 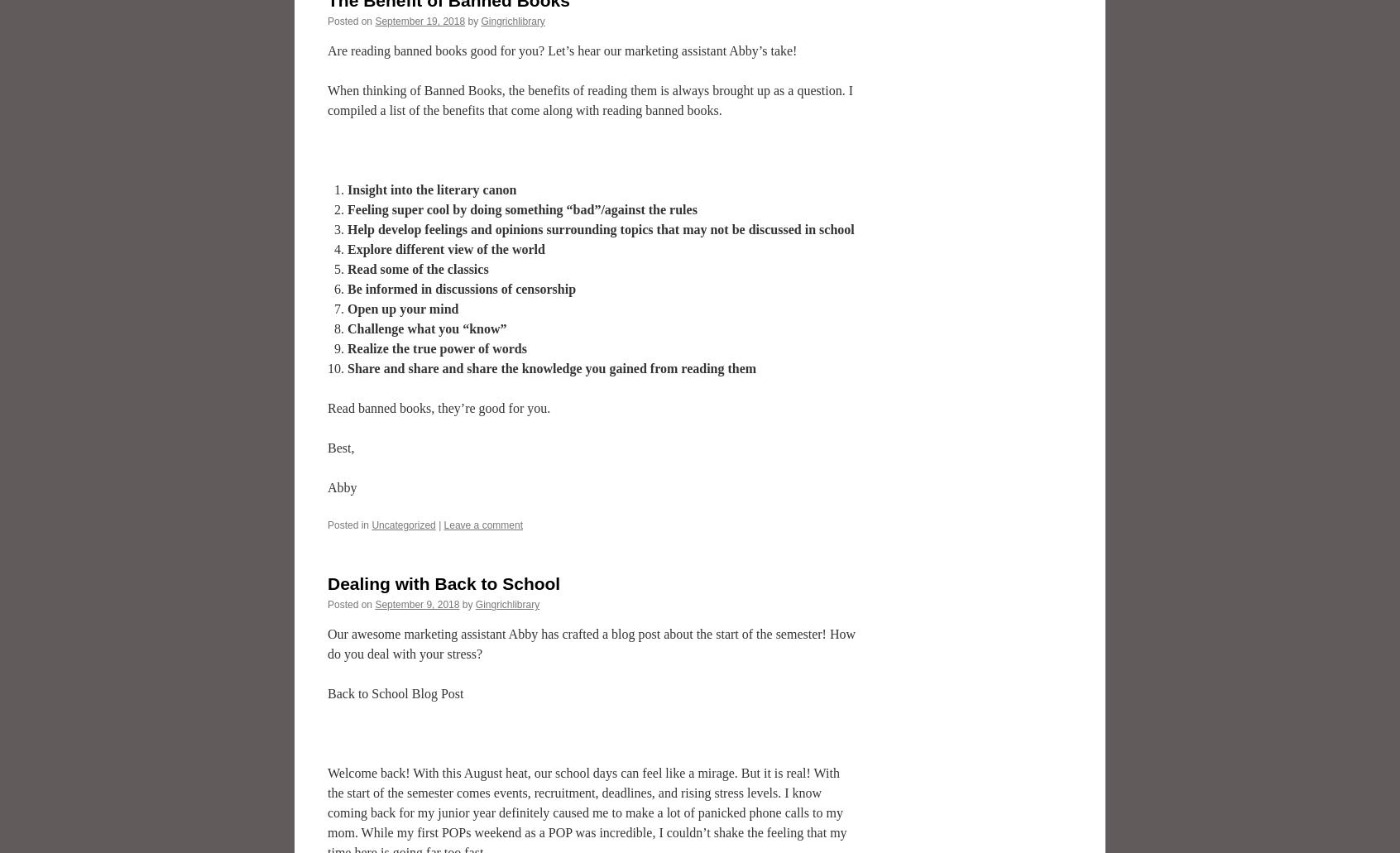 What do you see at coordinates (348, 525) in the screenshot?
I see `'Posted in'` at bounding box center [348, 525].